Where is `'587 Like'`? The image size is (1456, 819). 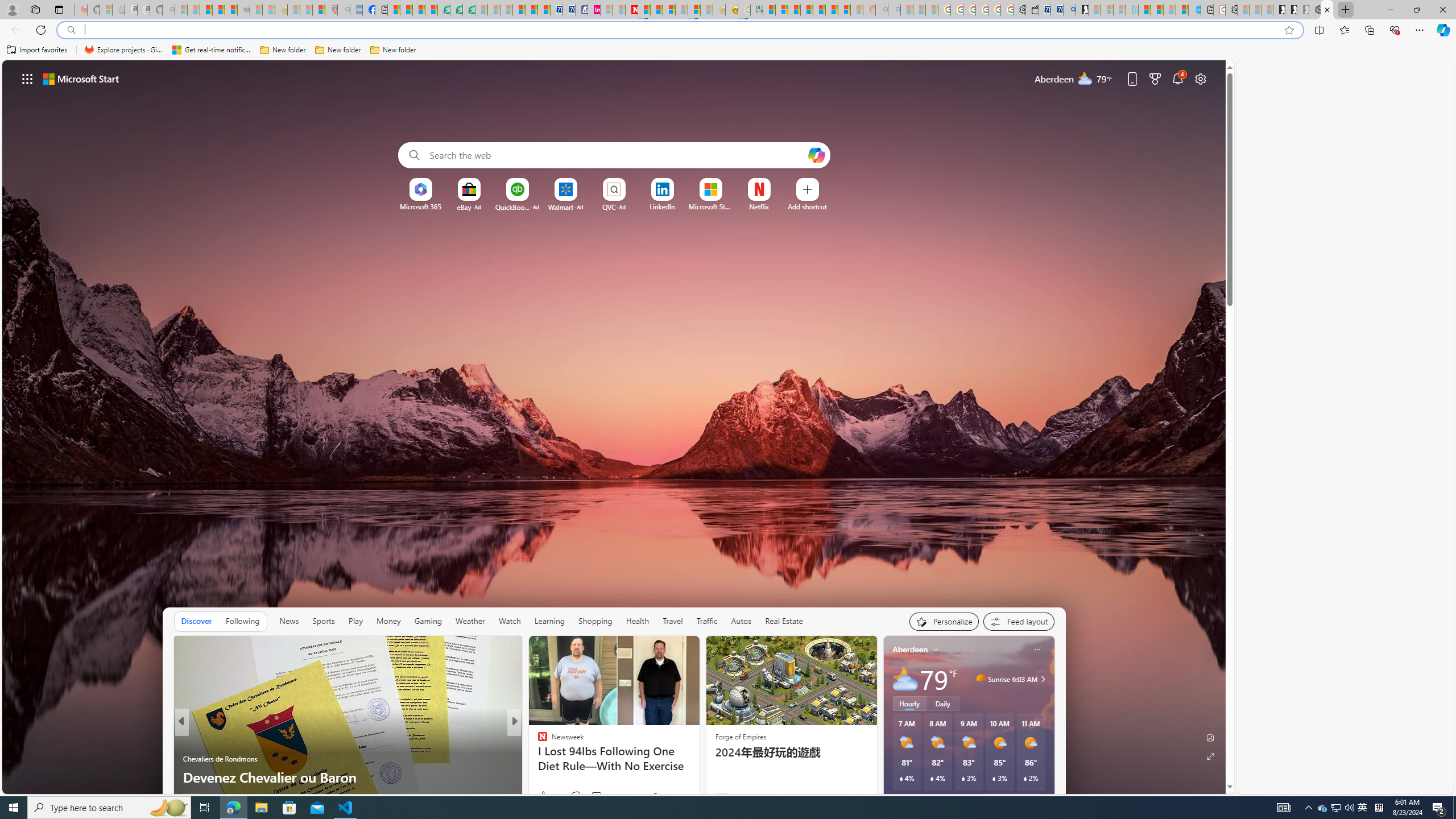
'587 Like' is located at coordinates (544, 797).